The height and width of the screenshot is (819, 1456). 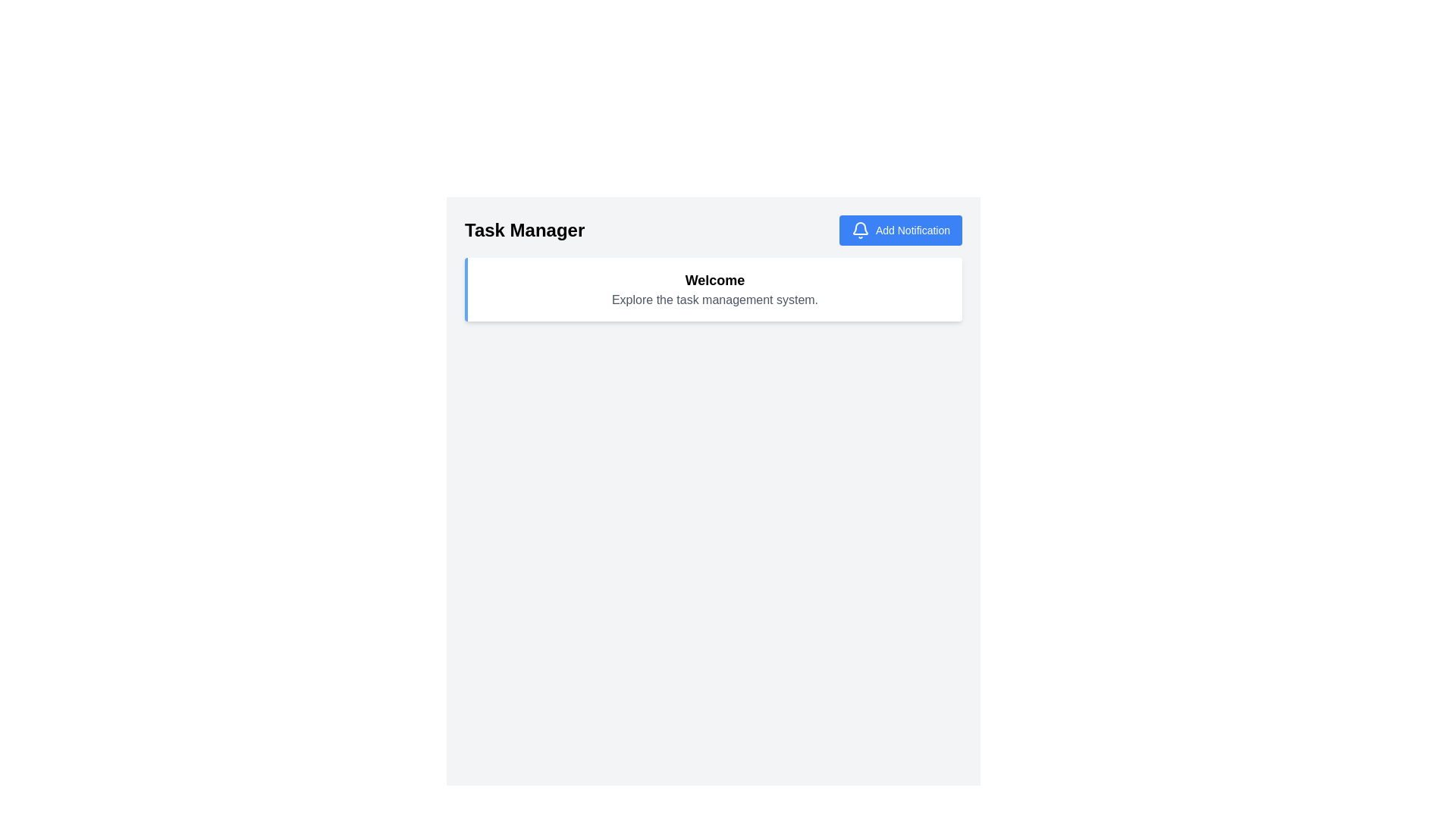 I want to click on the decorative icon that symbolizes the notification functionality of the 'Add Notification' button, located at the start of the button content in the top-right corner of the interface, so click(x=860, y=231).